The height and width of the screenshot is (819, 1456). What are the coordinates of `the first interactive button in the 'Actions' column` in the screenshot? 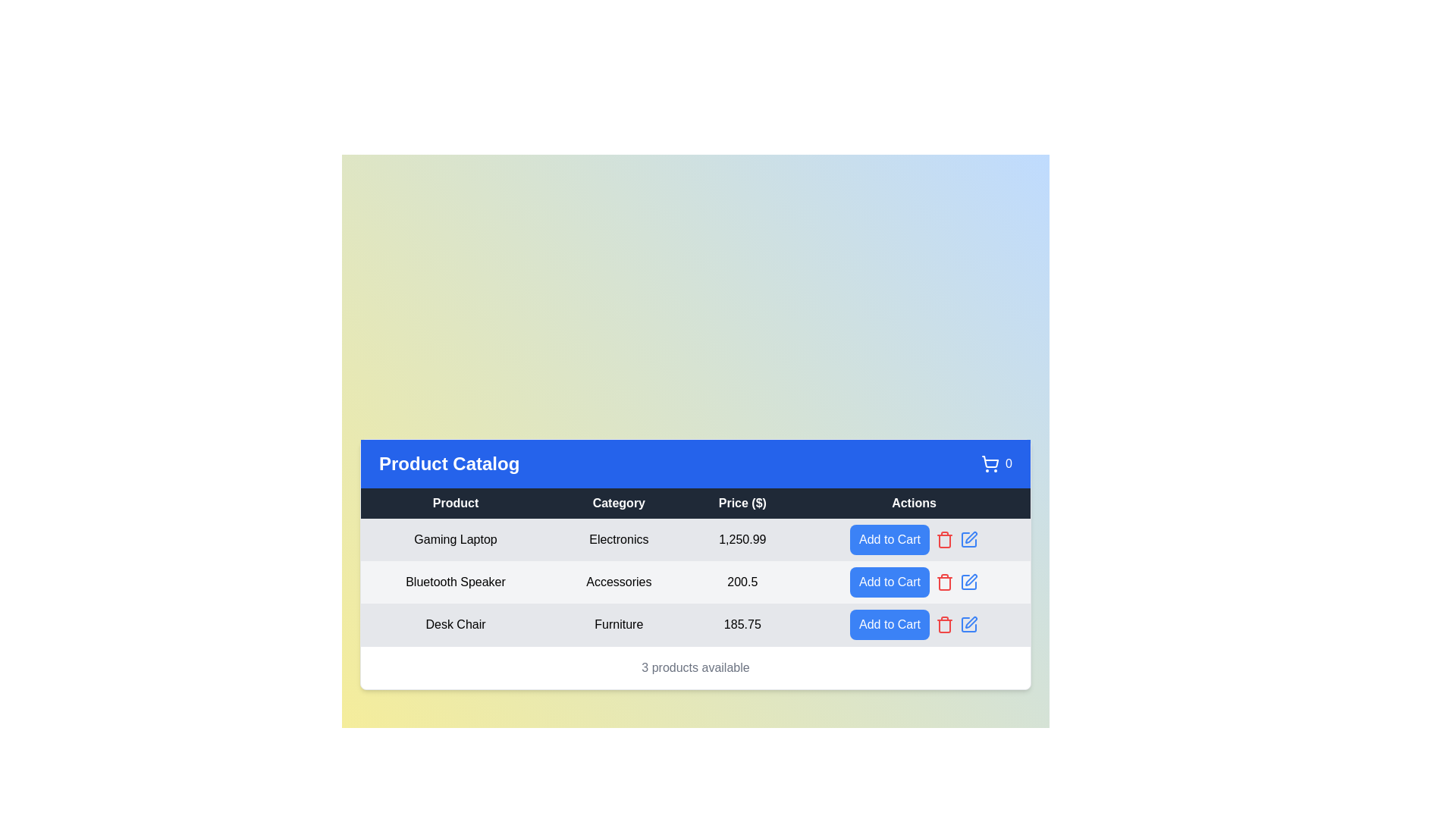 It's located at (913, 538).